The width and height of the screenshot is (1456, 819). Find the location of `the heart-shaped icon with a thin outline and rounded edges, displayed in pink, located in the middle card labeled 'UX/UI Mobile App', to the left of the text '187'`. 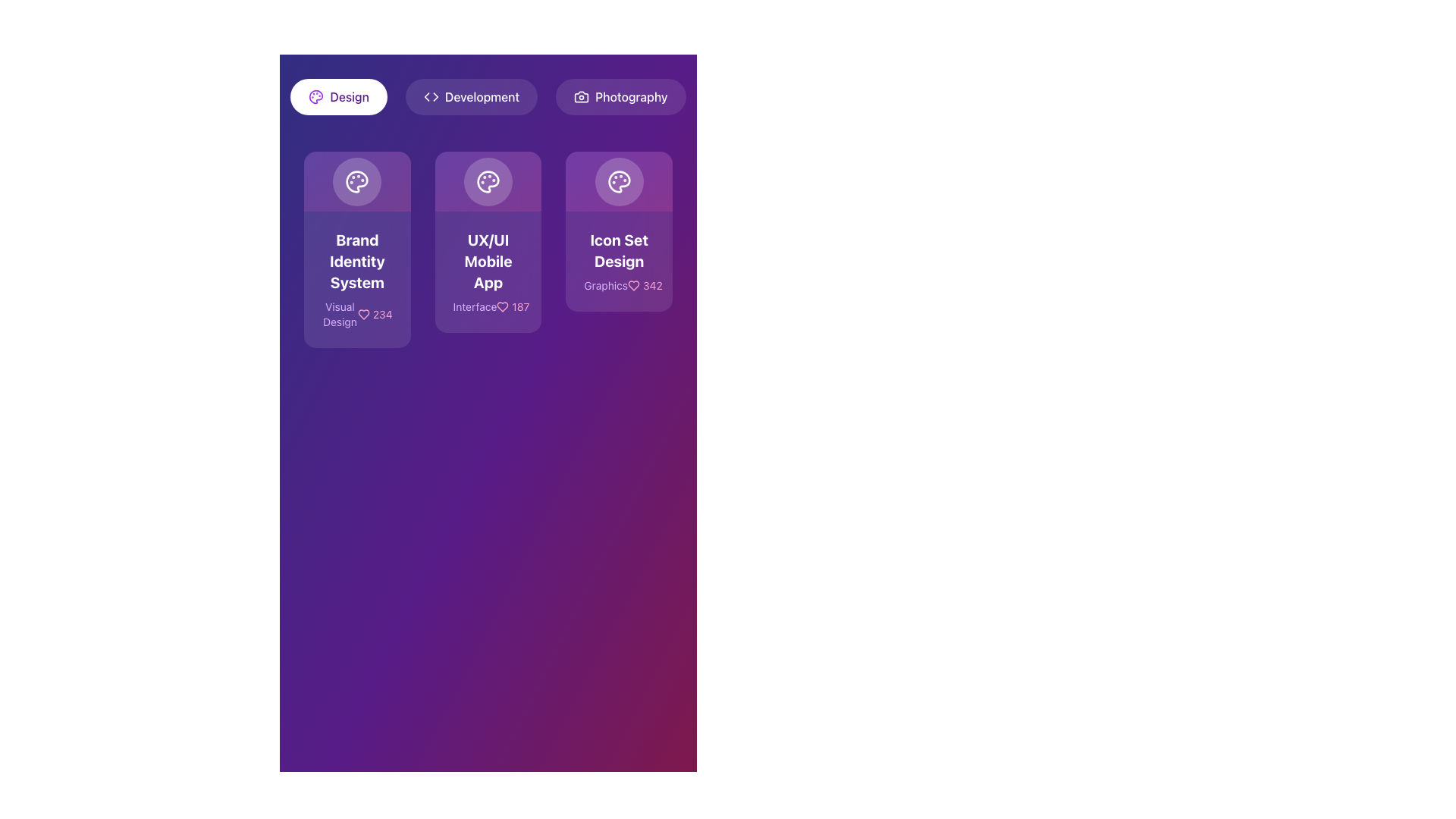

the heart-shaped icon with a thin outline and rounded edges, displayed in pink, located in the middle card labeled 'UX/UI Mobile App', to the left of the text '187' is located at coordinates (503, 307).